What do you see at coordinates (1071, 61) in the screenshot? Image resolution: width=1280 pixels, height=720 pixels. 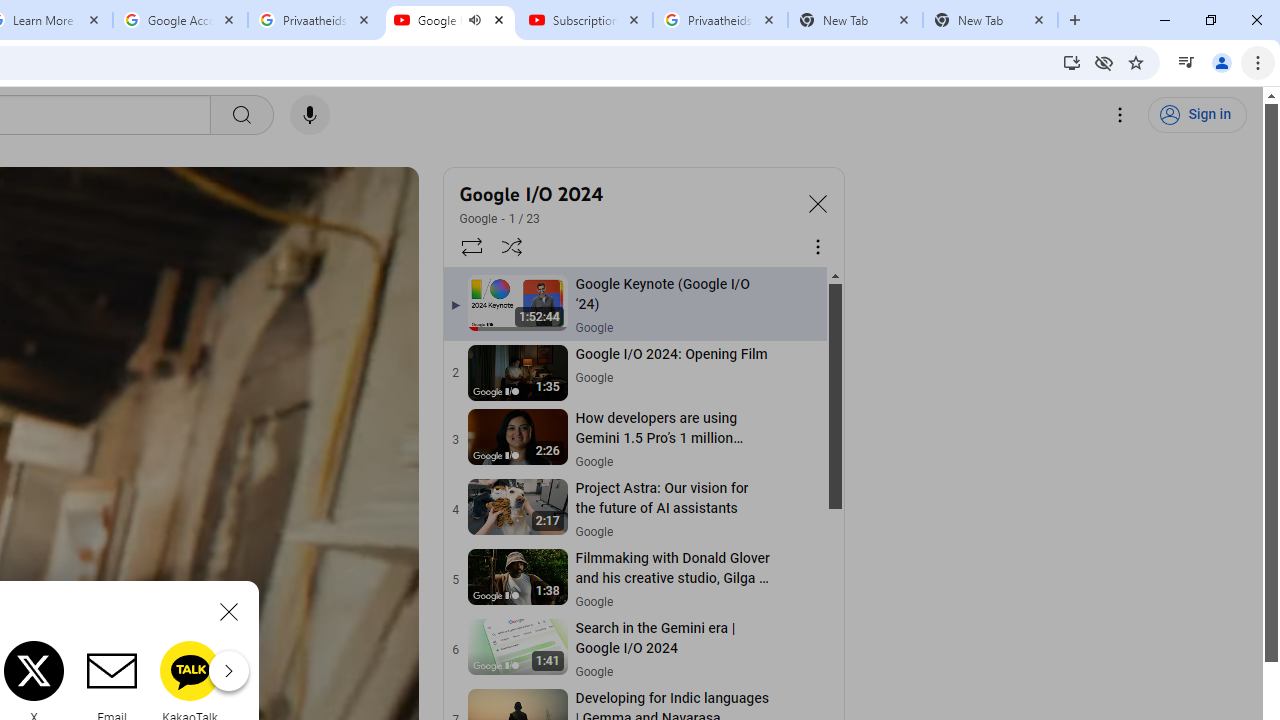 I see `'Install YouTube'` at bounding box center [1071, 61].